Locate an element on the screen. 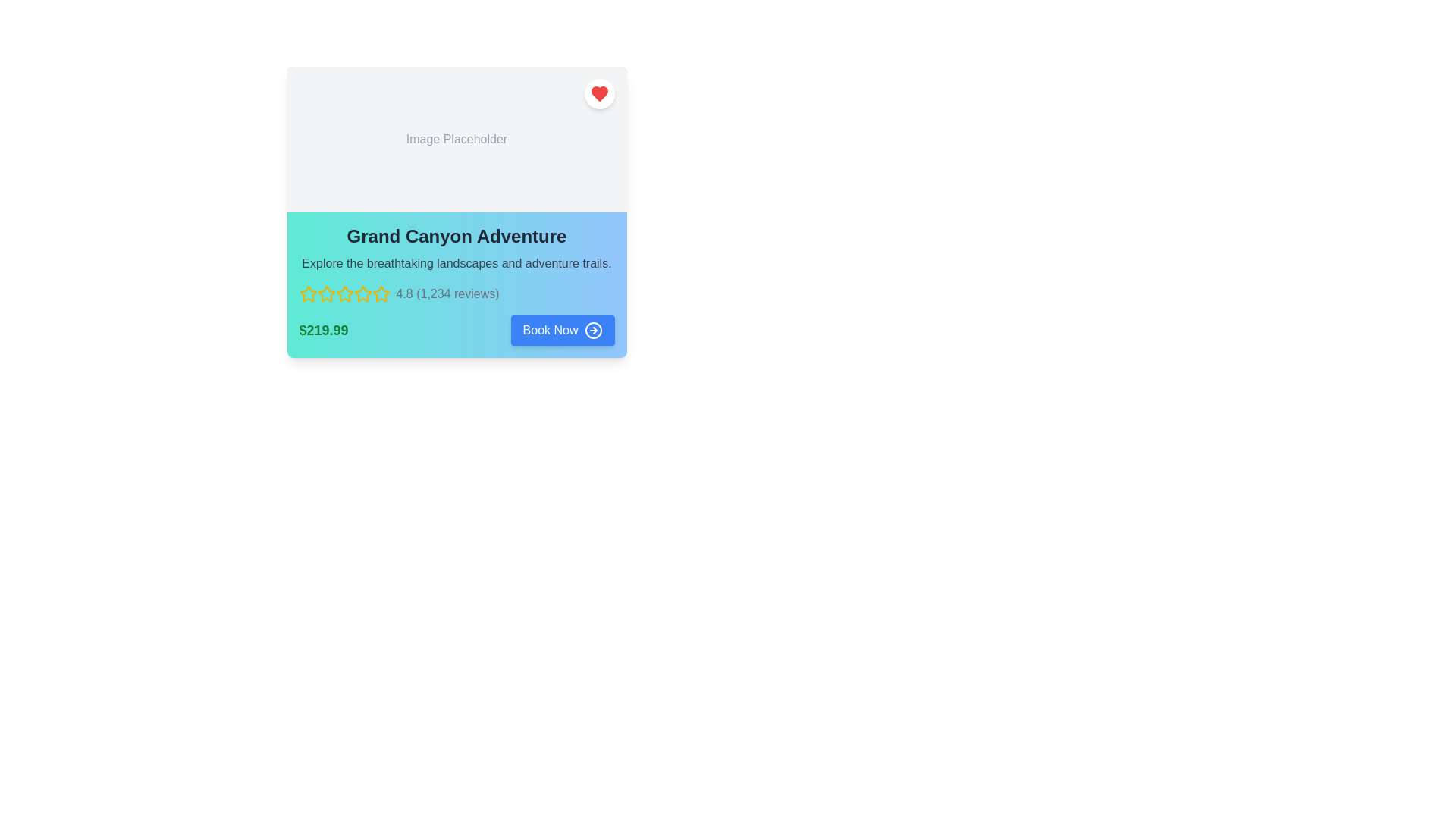 This screenshot has width=1456, height=819. the icon located on the right side of the 'Book Now' button at the bottom right of the card is located at coordinates (592, 329).